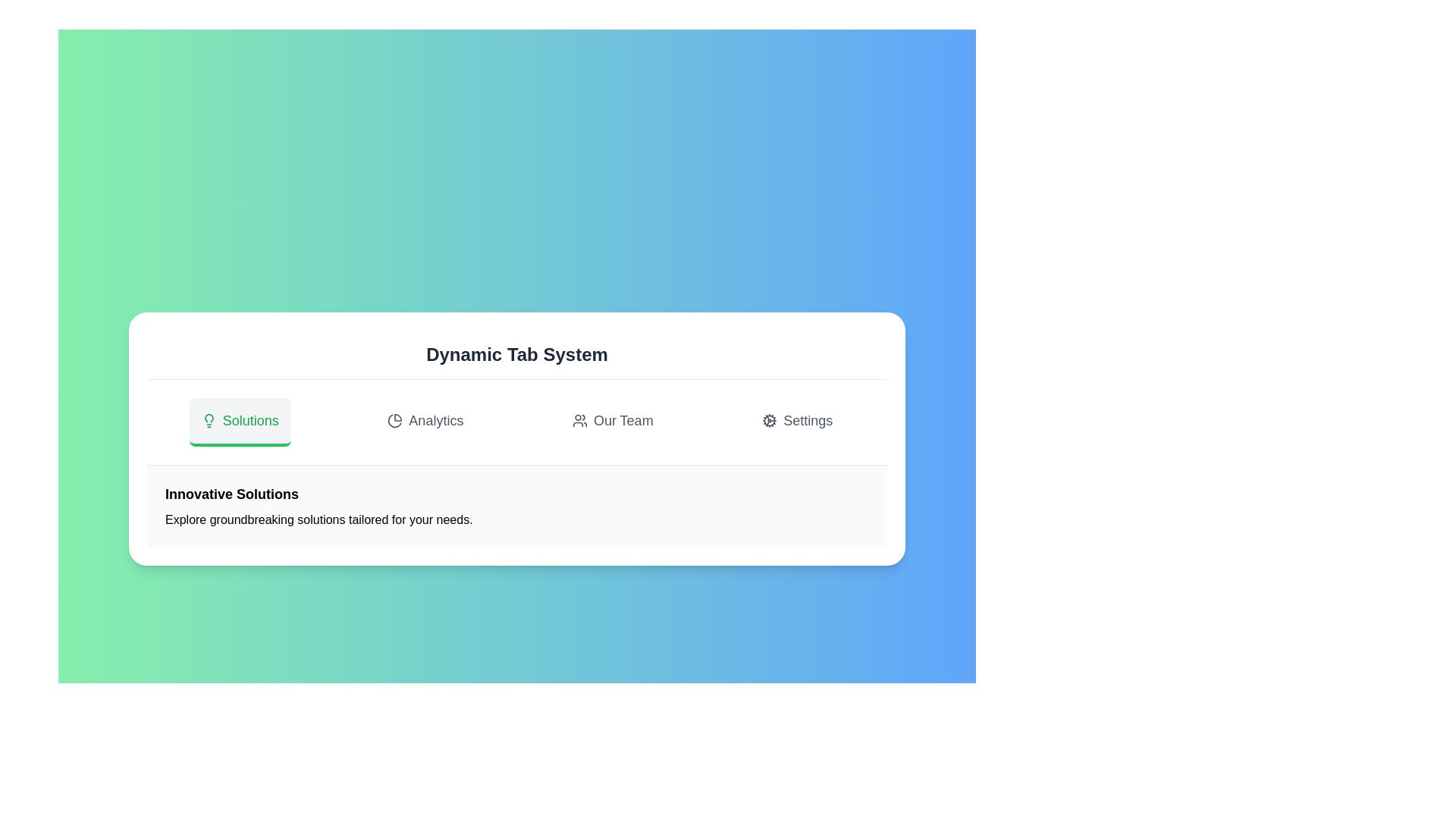  What do you see at coordinates (770, 421) in the screenshot?
I see `the cog-shaped settings icon located to the left of the 'Settings' text in the navigation menu bar` at bounding box center [770, 421].